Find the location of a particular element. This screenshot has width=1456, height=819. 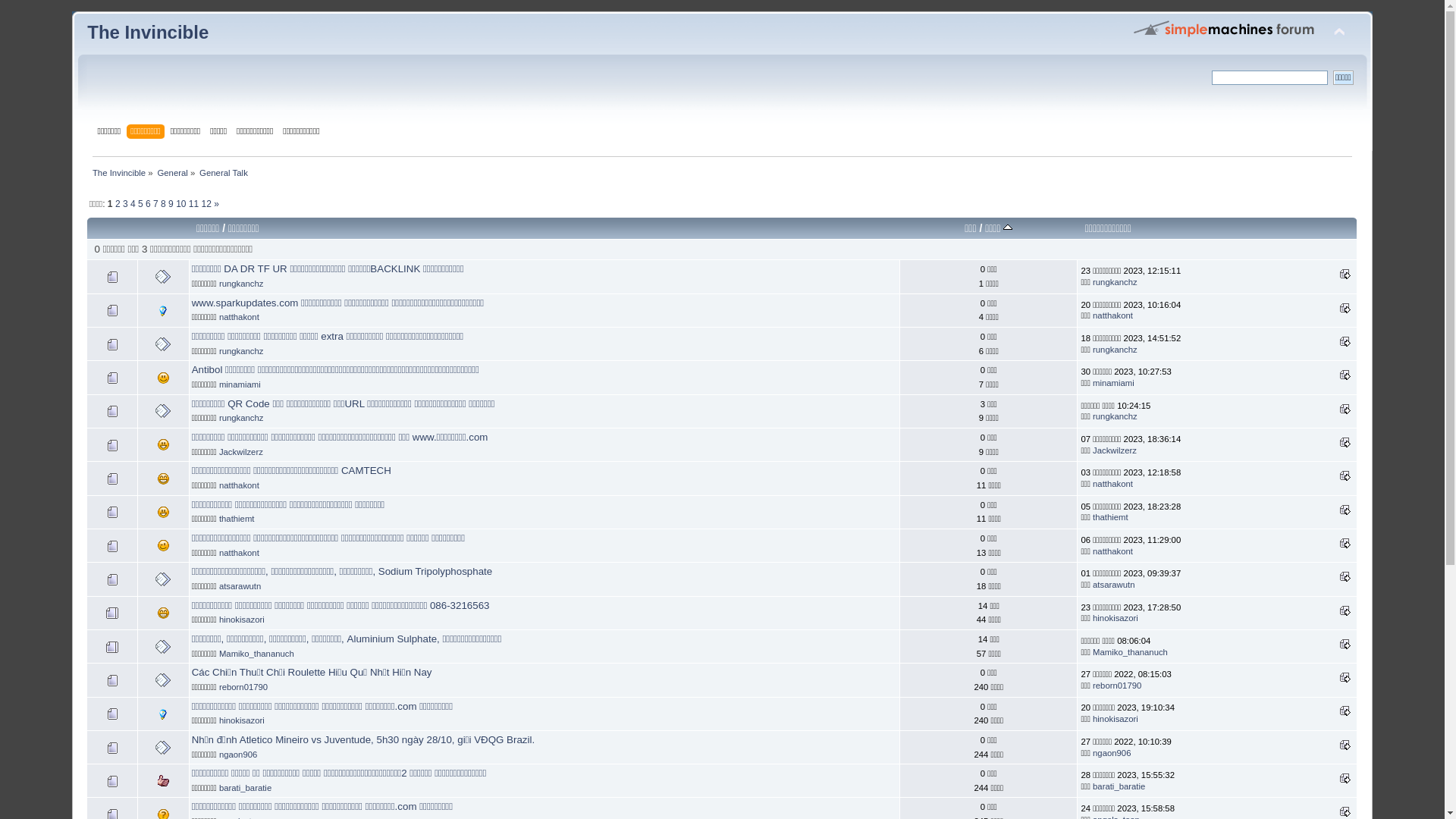

'natthakont' is located at coordinates (238, 485).